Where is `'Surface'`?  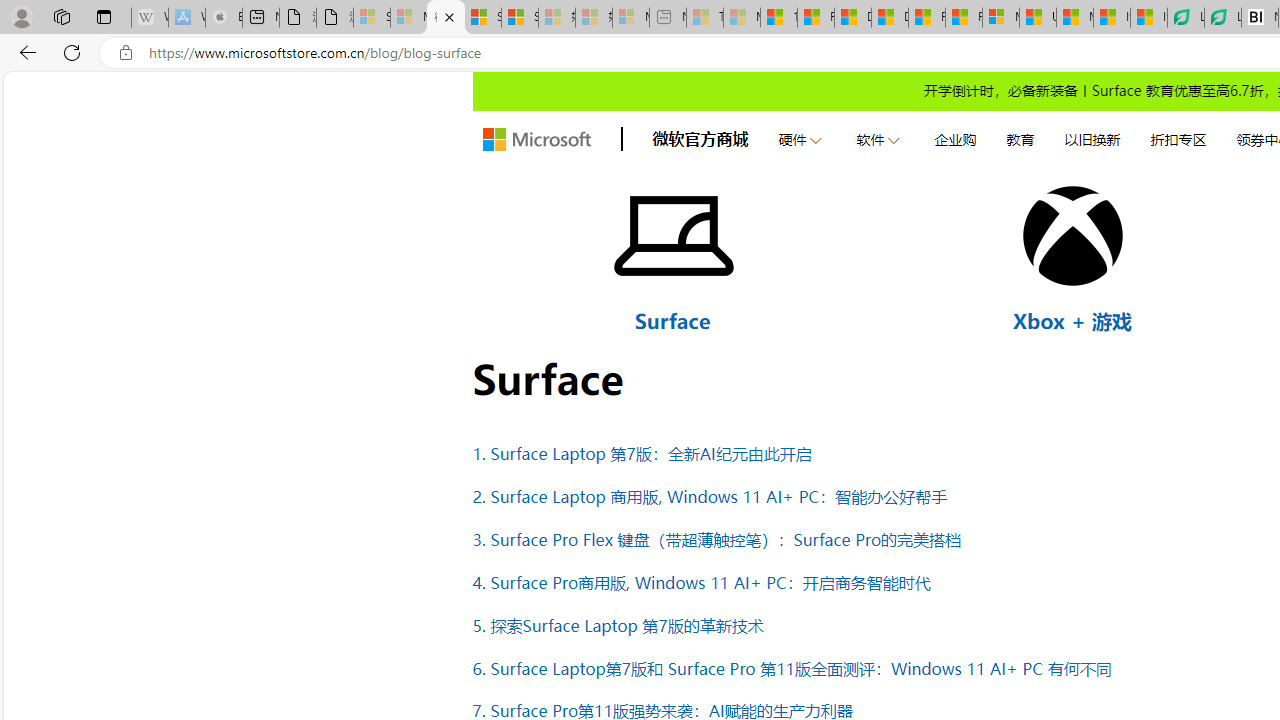 'Surface' is located at coordinates (672, 319).